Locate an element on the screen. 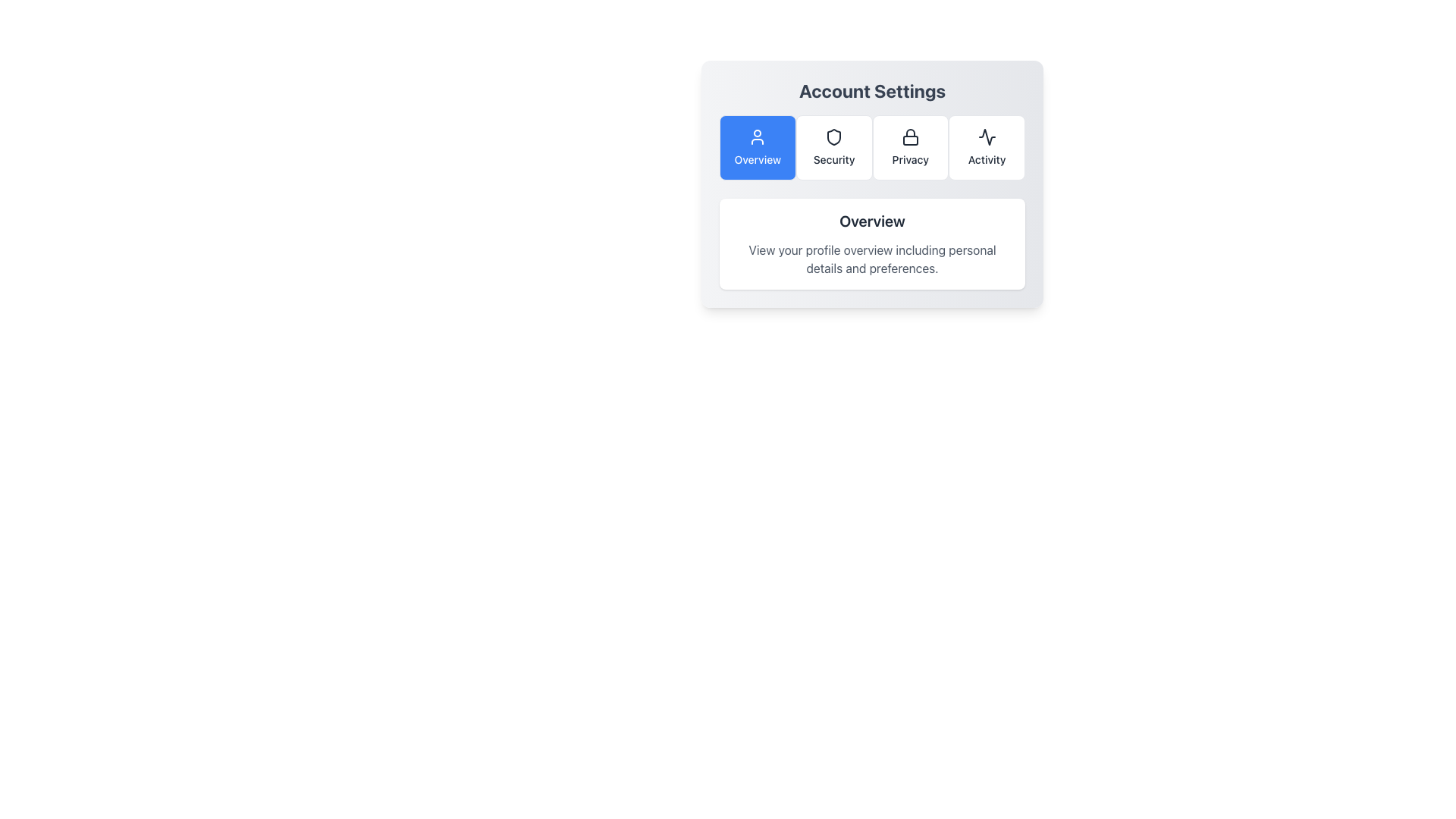  Text Label that serves as a heading for the profile overview section, situated above the descriptive text about viewing the profile overview is located at coordinates (872, 221).